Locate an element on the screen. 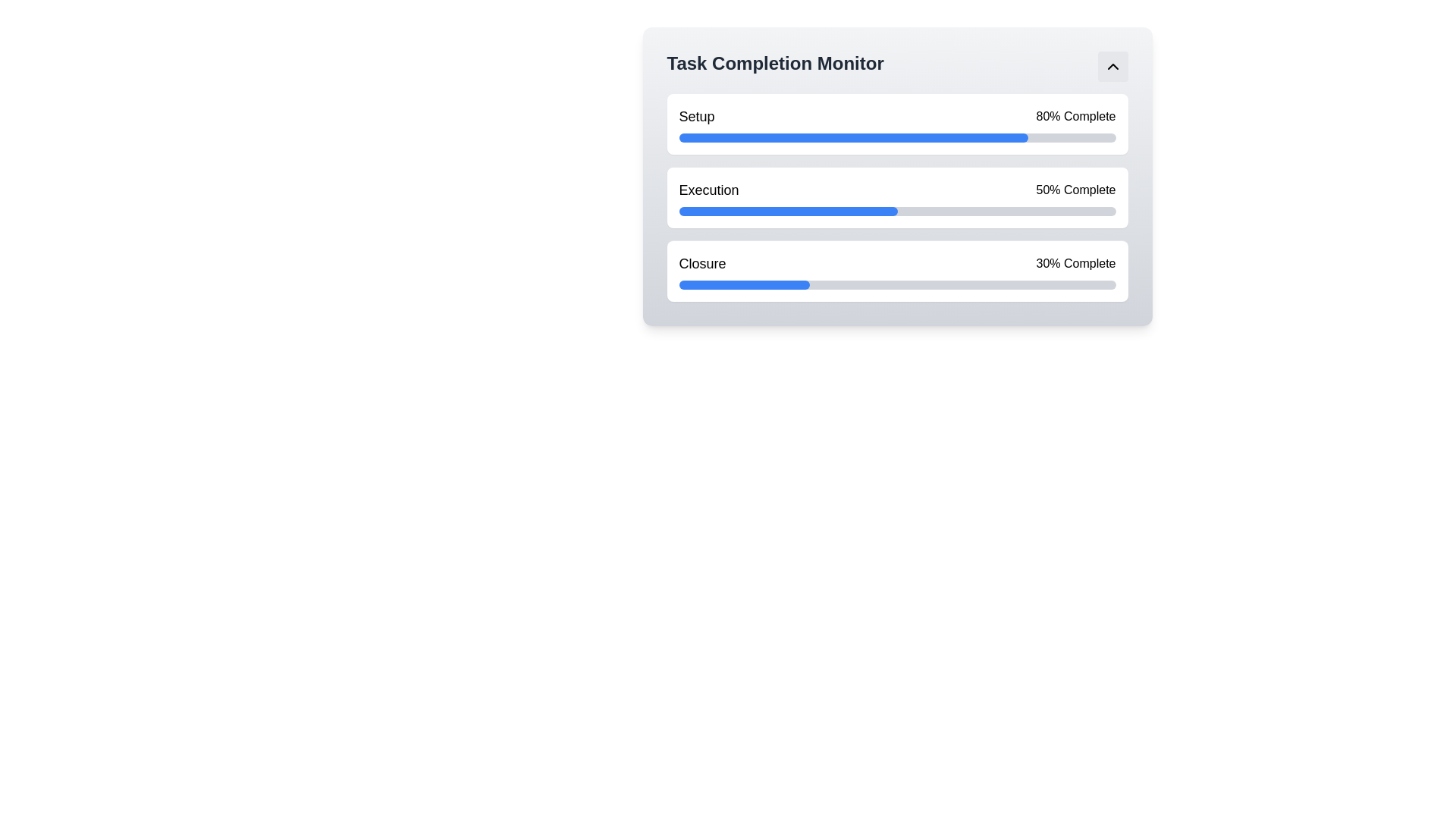  the Progress Indicator Label (Text) that indicates the progress percentage (30%) of the 'Closure' task, positioned to the far right of the accompanying text 'Closure' within the 'Task Completion Monitor' interface is located at coordinates (1075, 262).